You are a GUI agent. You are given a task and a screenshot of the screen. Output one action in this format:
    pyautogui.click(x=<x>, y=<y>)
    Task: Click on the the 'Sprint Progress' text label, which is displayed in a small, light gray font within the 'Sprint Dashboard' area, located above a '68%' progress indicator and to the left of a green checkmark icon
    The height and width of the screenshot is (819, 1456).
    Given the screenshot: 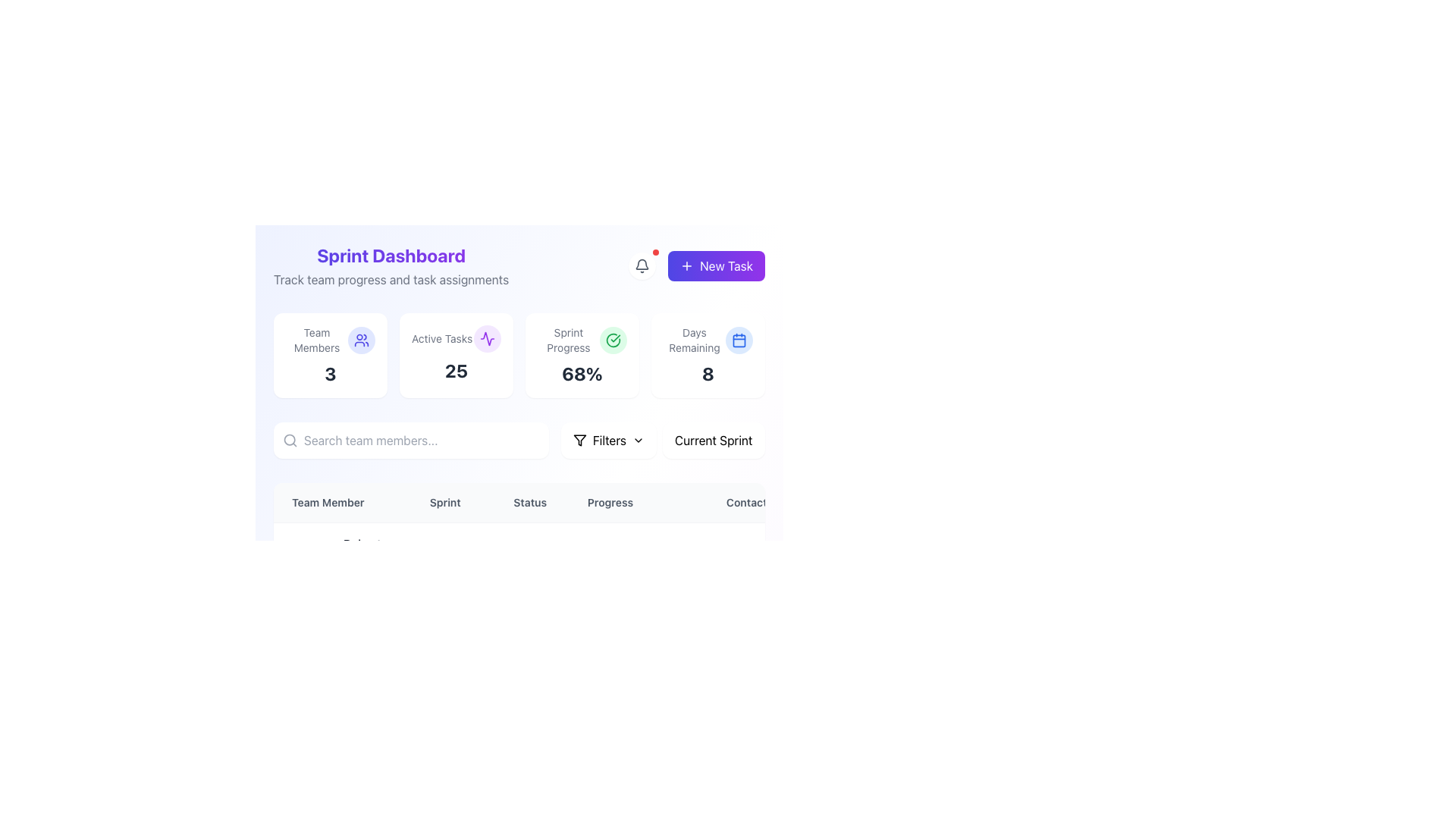 What is the action you would take?
    pyautogui.click(x=567, y=339)
    